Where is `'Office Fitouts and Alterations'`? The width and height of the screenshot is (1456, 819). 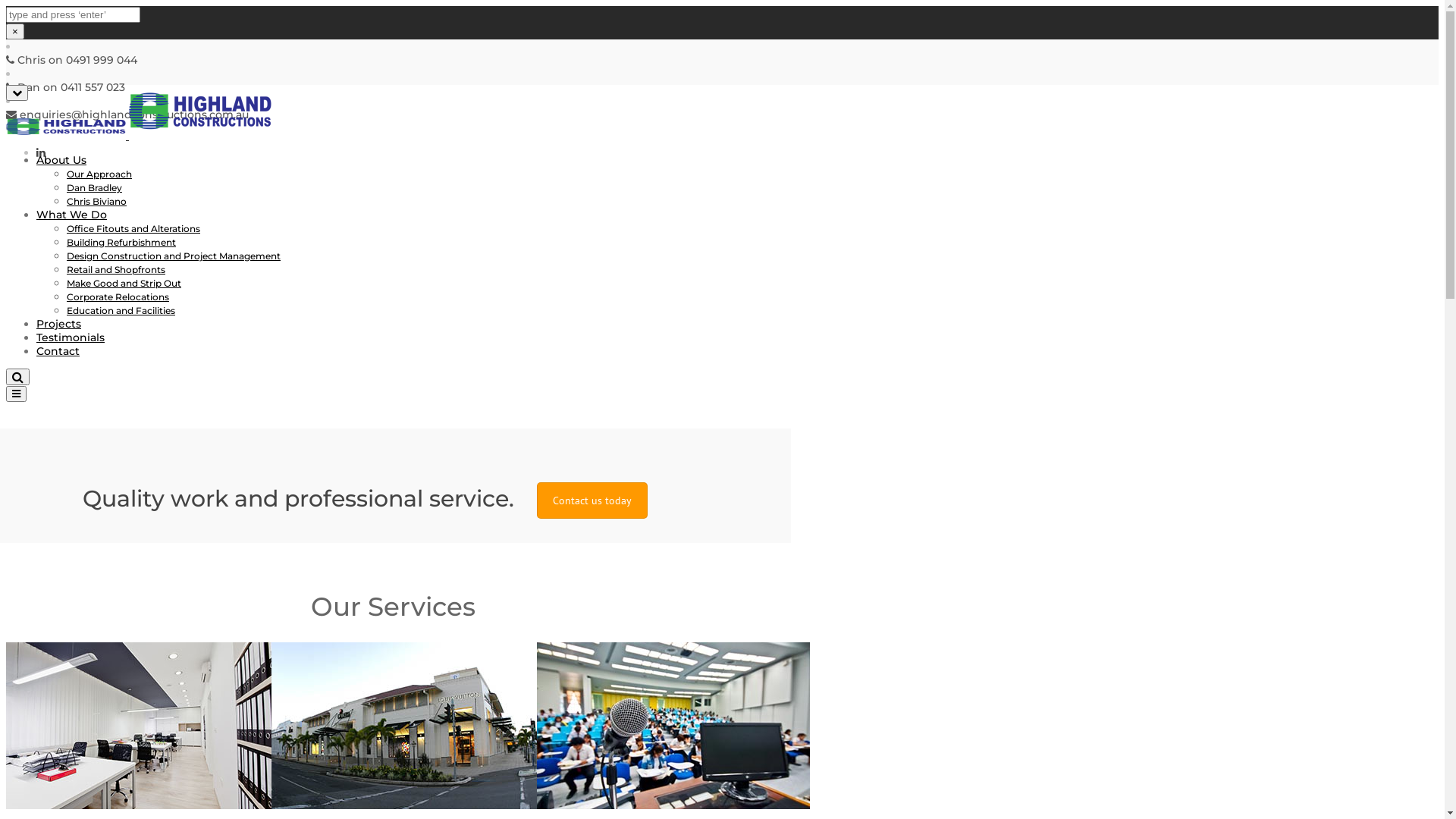
'Office Fitouts and Alterations' is located at coordinates (133, 228).